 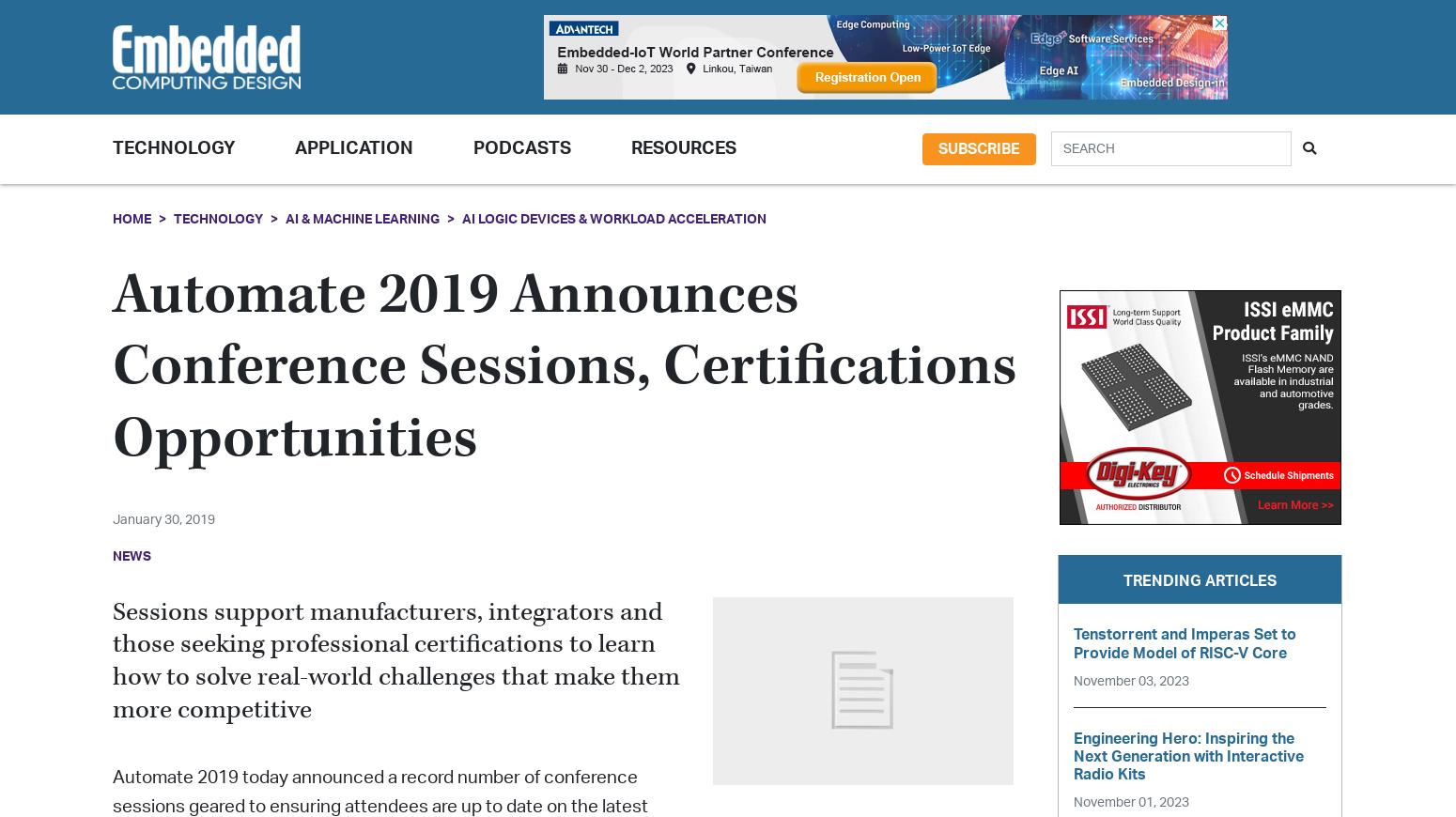 I want to click on 'Subscribe', so click(x=937, y=146).